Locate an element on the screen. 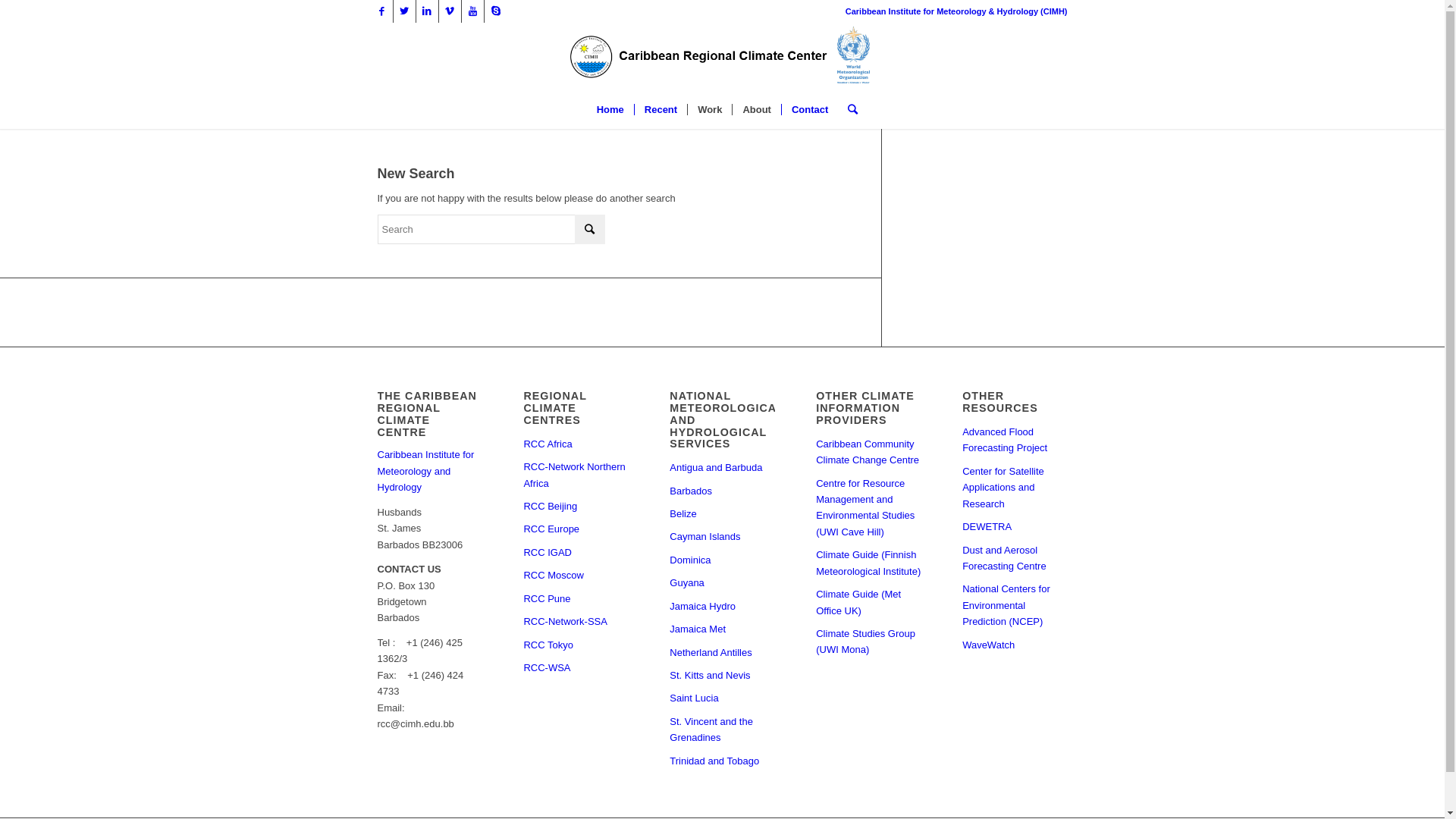 This screenshot has height=819, width=1456. 'RCC-Network-SSA' is located at coordinates (574, 622).